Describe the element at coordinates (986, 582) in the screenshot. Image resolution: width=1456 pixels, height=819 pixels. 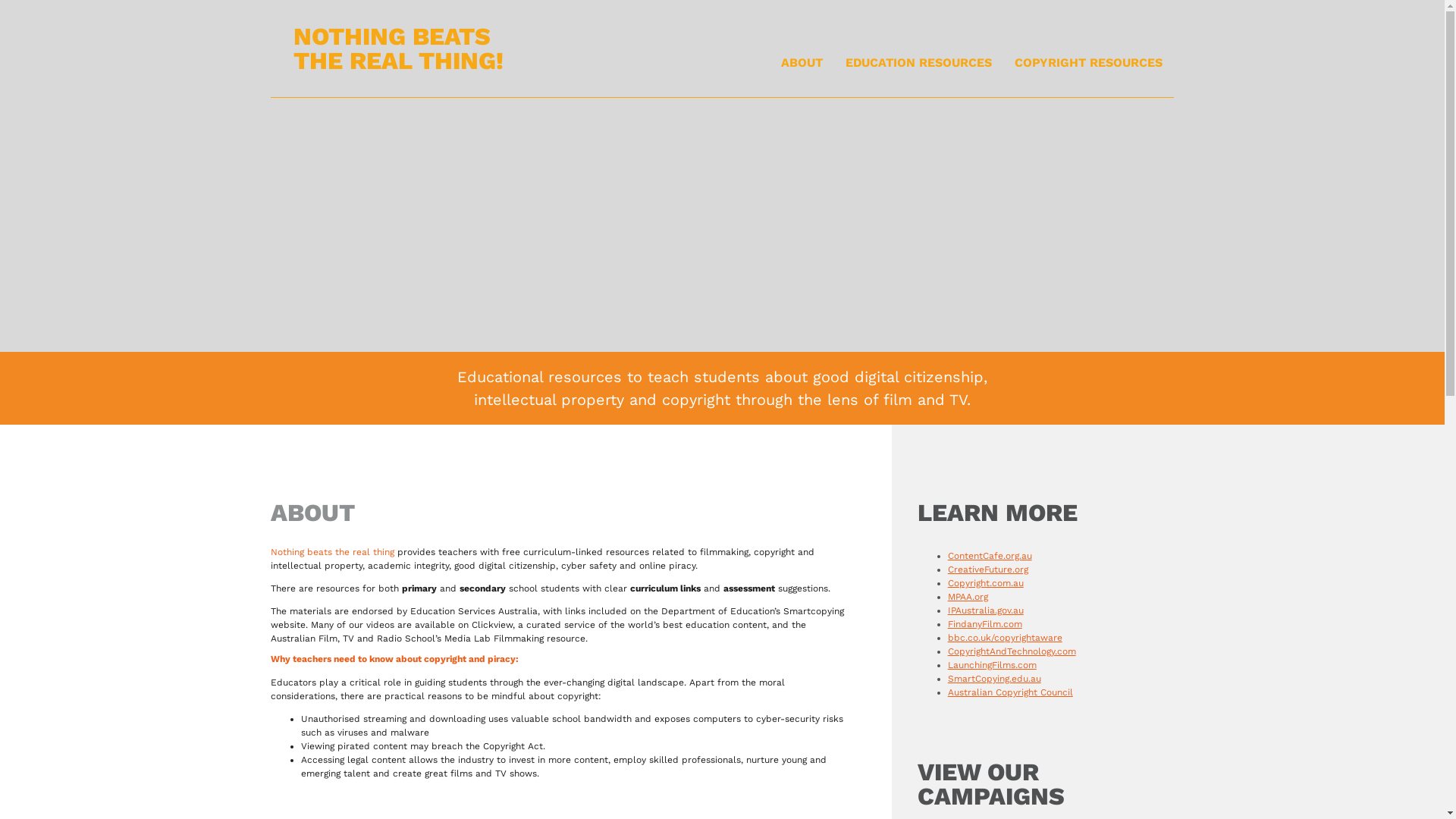
I see `'Copyright.com.au'` at that location.